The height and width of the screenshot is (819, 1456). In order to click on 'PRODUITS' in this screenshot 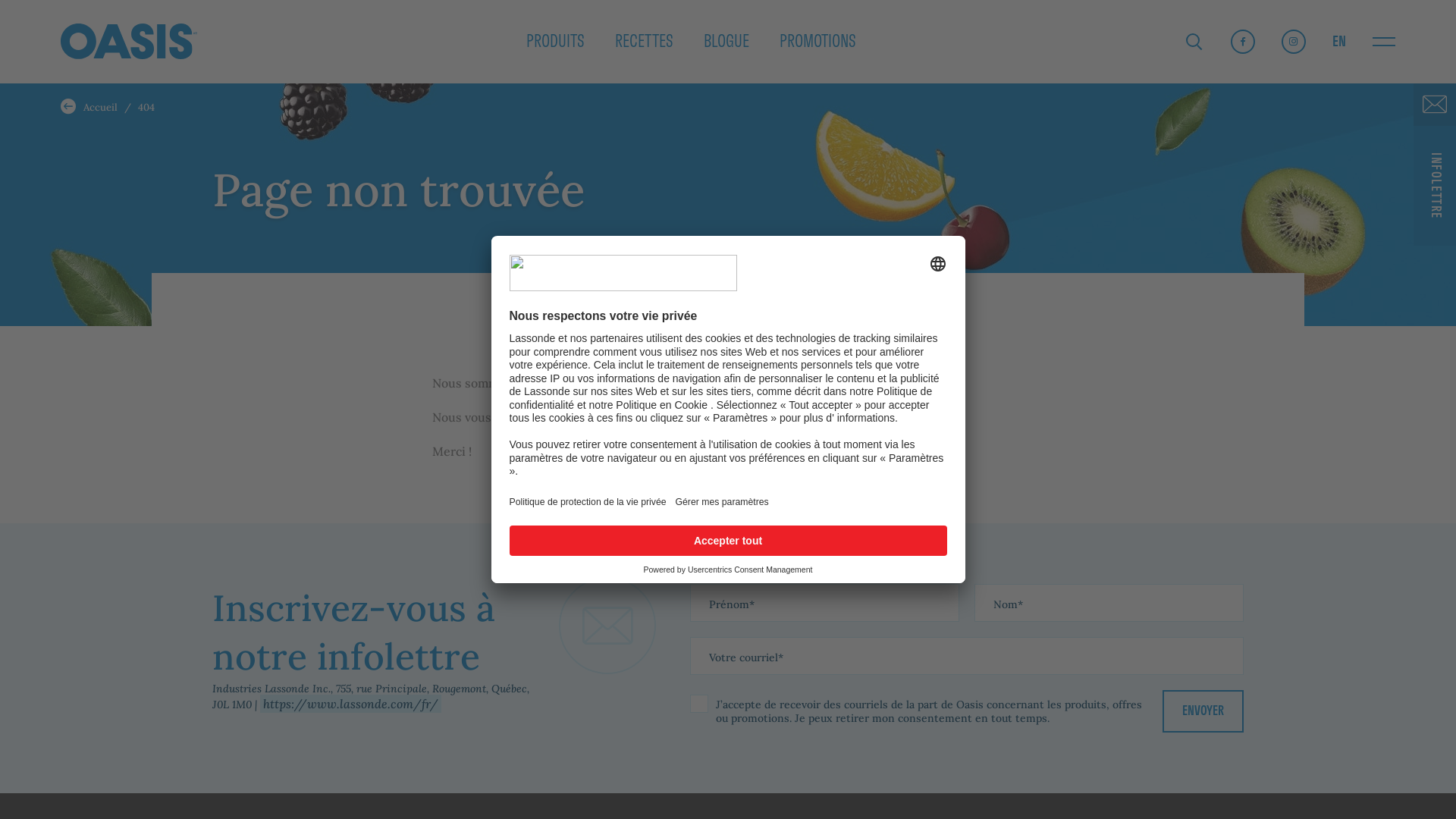, I will do `click(554, 40)`.